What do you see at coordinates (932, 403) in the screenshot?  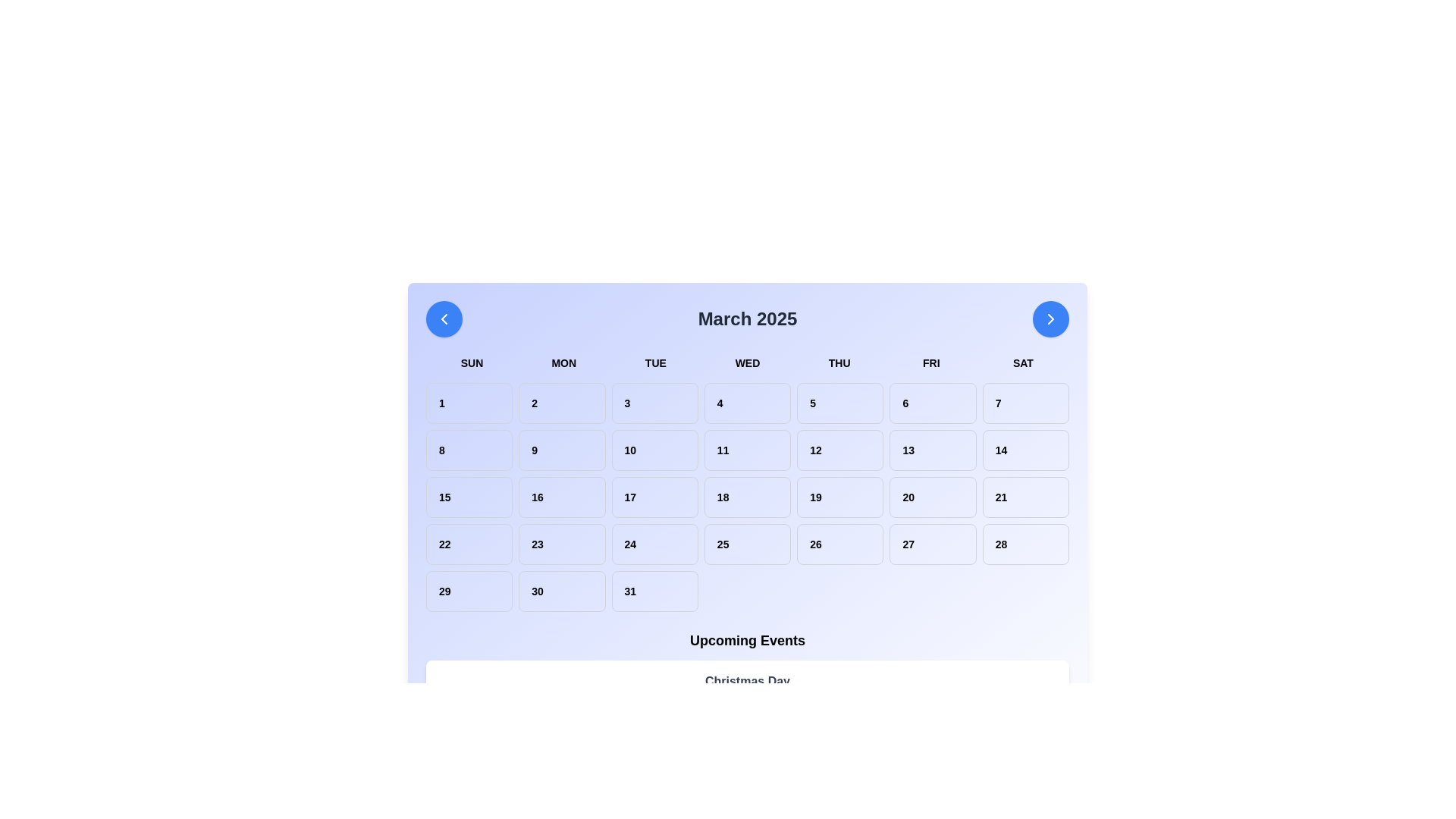 I see `the calendar date cell displaying the number '6' located in the topmost row of the calendar under 'FRI'` at bounding box center [932, 403].